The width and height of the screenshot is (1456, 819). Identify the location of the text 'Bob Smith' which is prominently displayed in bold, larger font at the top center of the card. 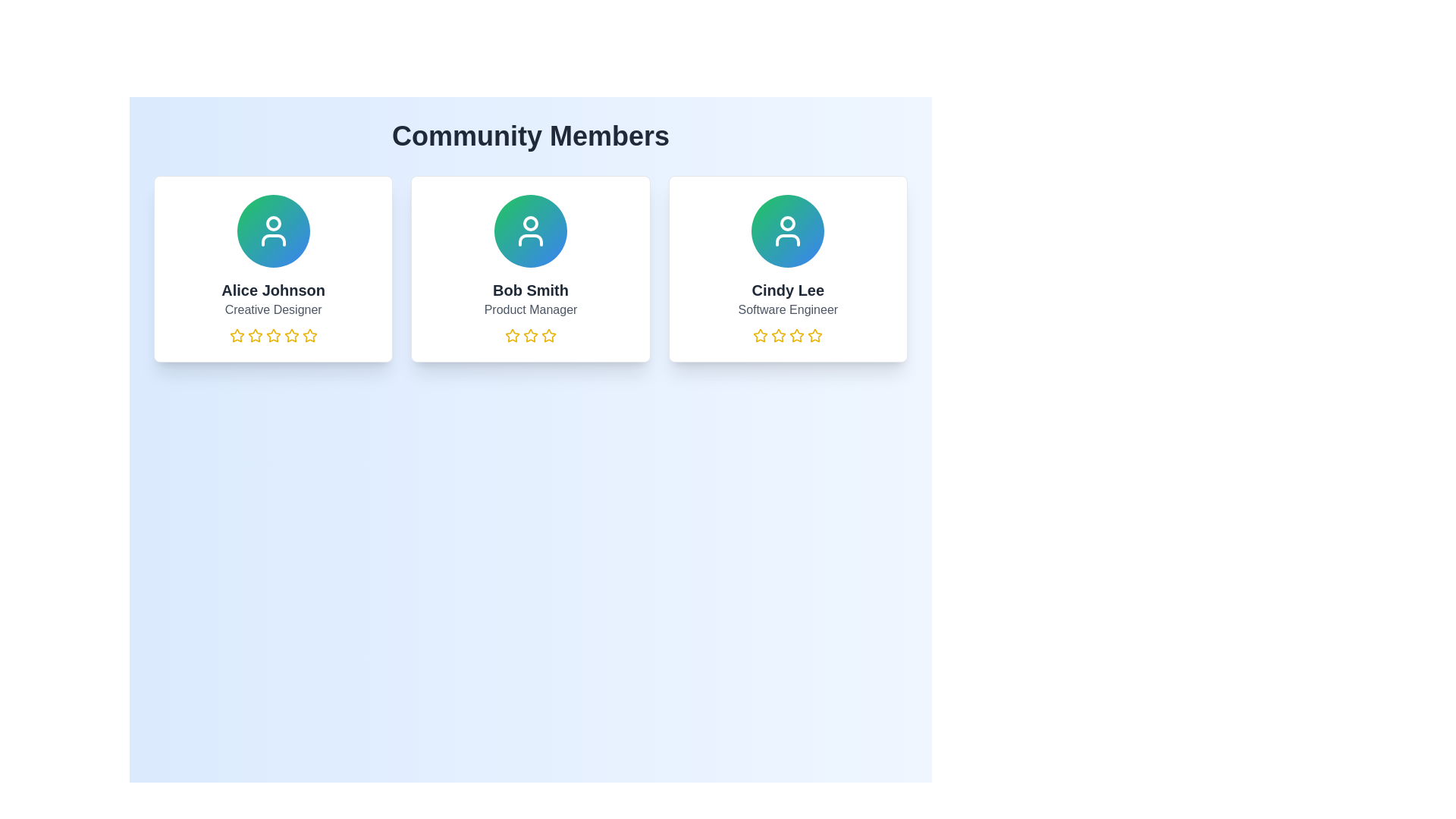
(531, 290).